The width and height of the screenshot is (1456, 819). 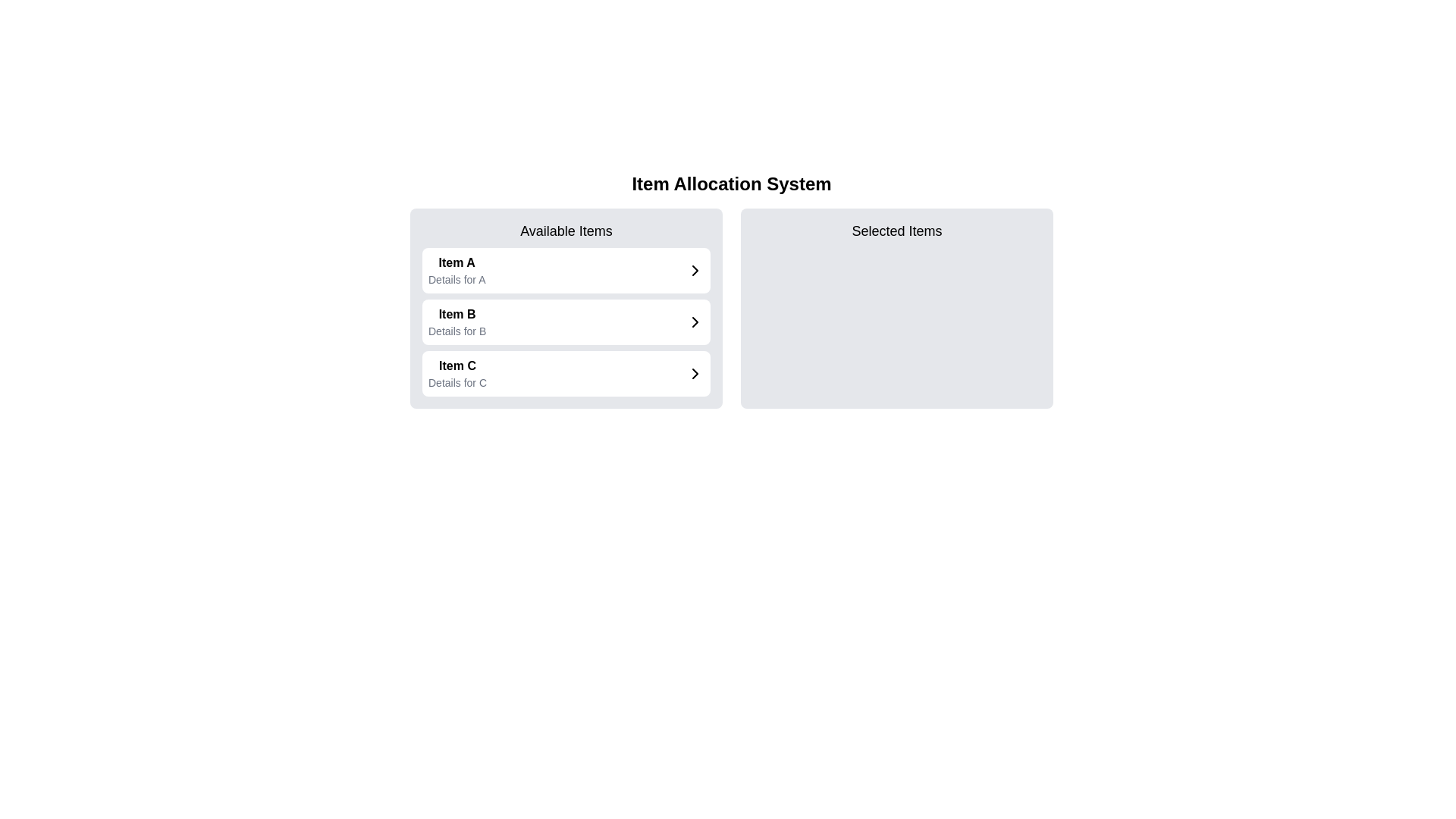 I want to click on the Chevron Icon Button located at the far right of the 'Item A' row under the 'Available Items' column, so click(x=694, y=270).